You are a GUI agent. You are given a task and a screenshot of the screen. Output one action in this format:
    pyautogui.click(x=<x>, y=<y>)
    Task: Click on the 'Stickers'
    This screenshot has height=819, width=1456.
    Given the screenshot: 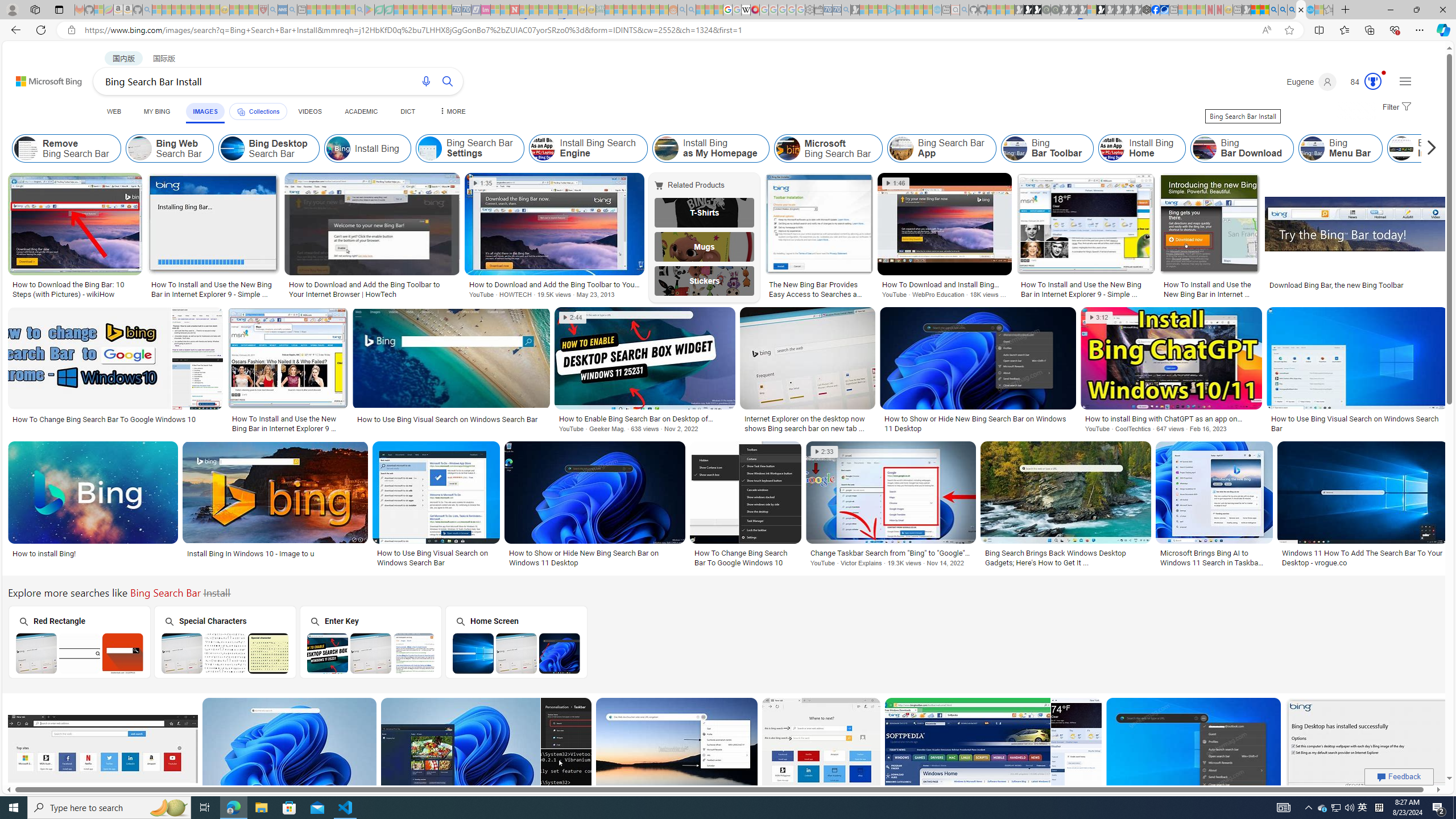 What is the action you would take?
    pyautogui.click(x=705, y=280)
    